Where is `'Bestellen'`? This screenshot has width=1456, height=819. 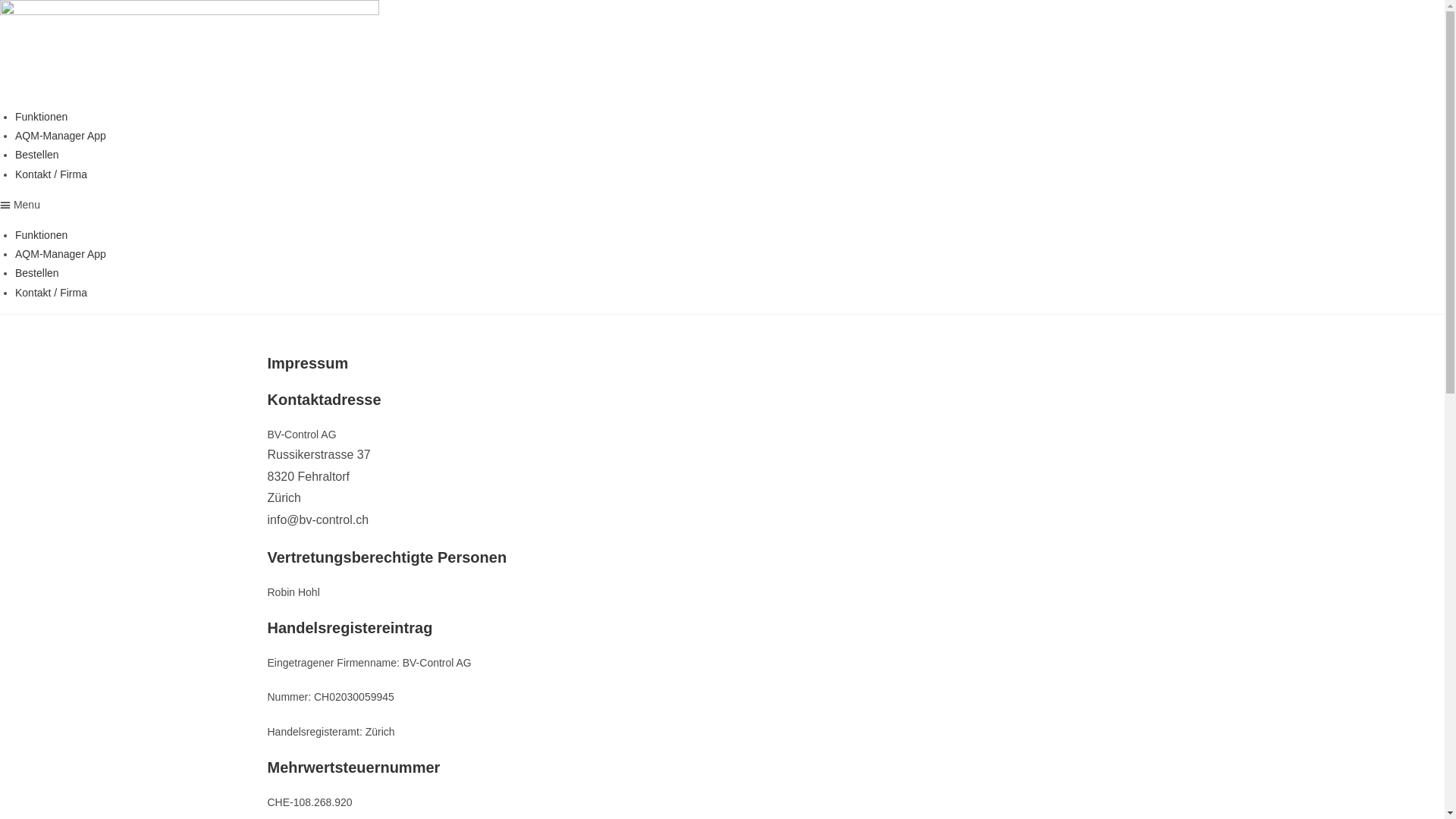 'Bestellen' is located at coordinates (36, 155).